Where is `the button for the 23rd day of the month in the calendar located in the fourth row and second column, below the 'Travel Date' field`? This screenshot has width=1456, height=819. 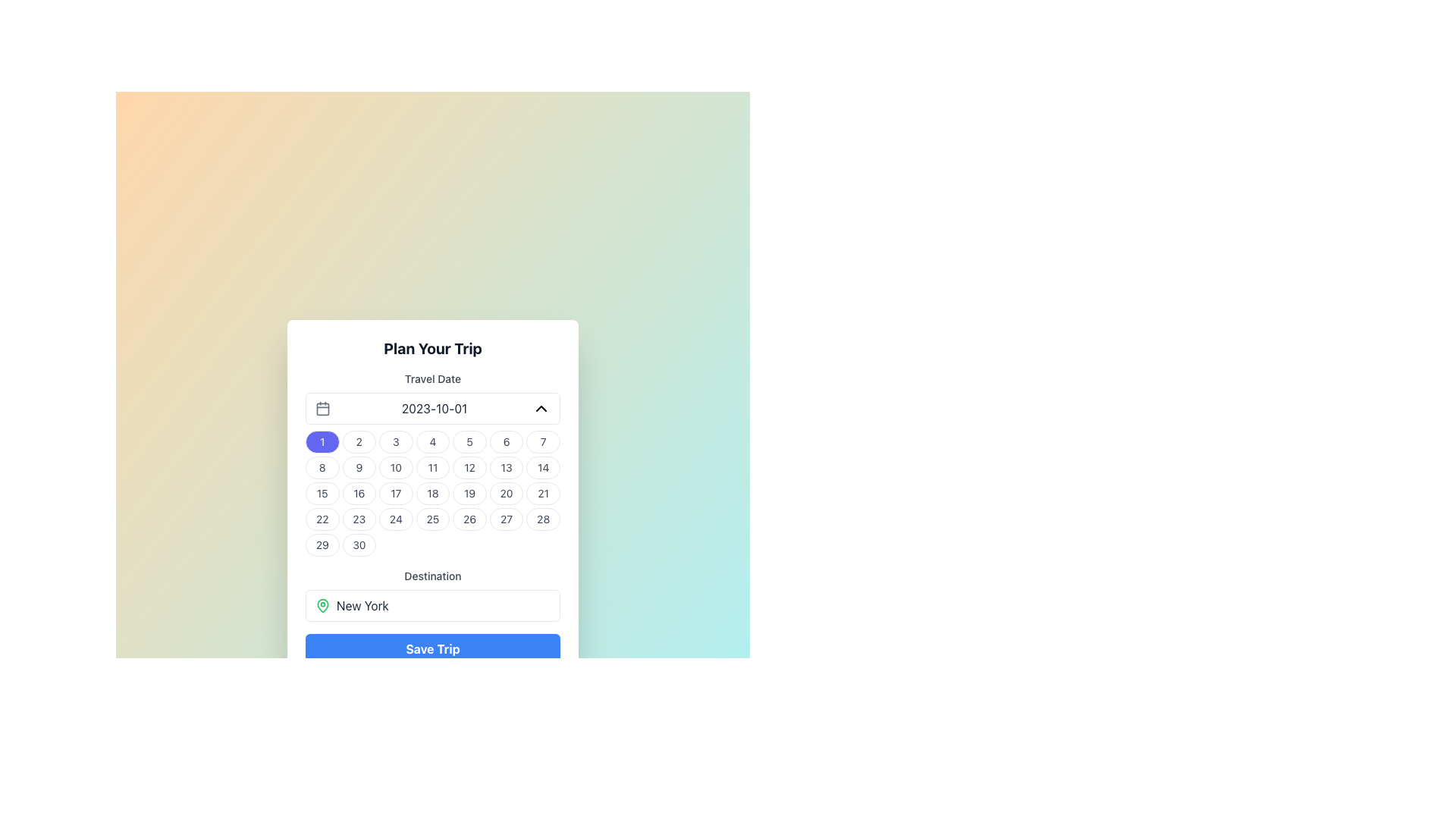 the button for the 23rd day of the month in the calendar located in the fourth row and second column, below the 'Travel Date' field is located at coordinates (358, 519).